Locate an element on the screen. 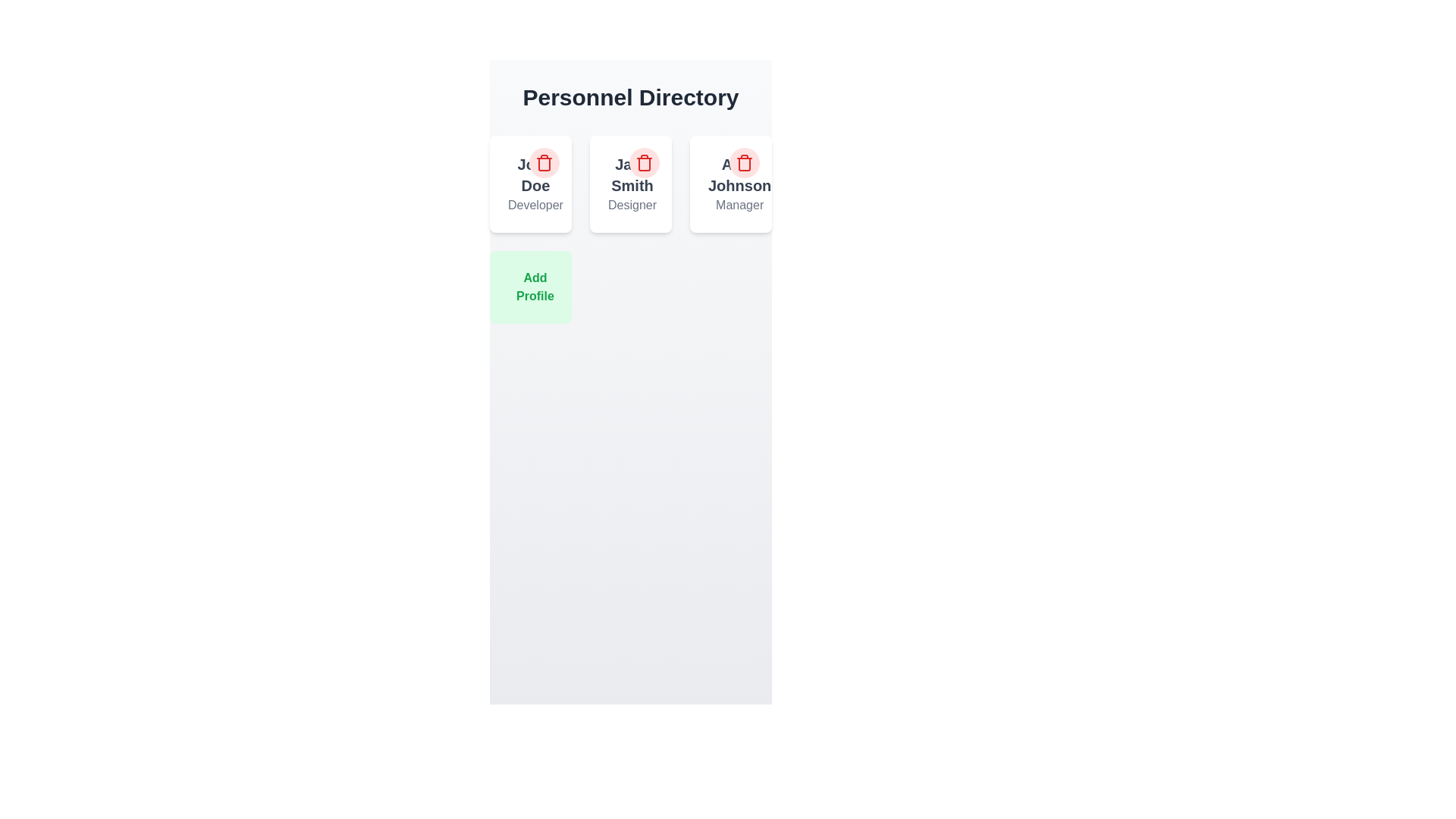 The image size is (1456, 819). the personnel profile cards within the grid layout under the heading 'Personnel Directory' by clicking on one of the cards is located at coordinates (630, 230).